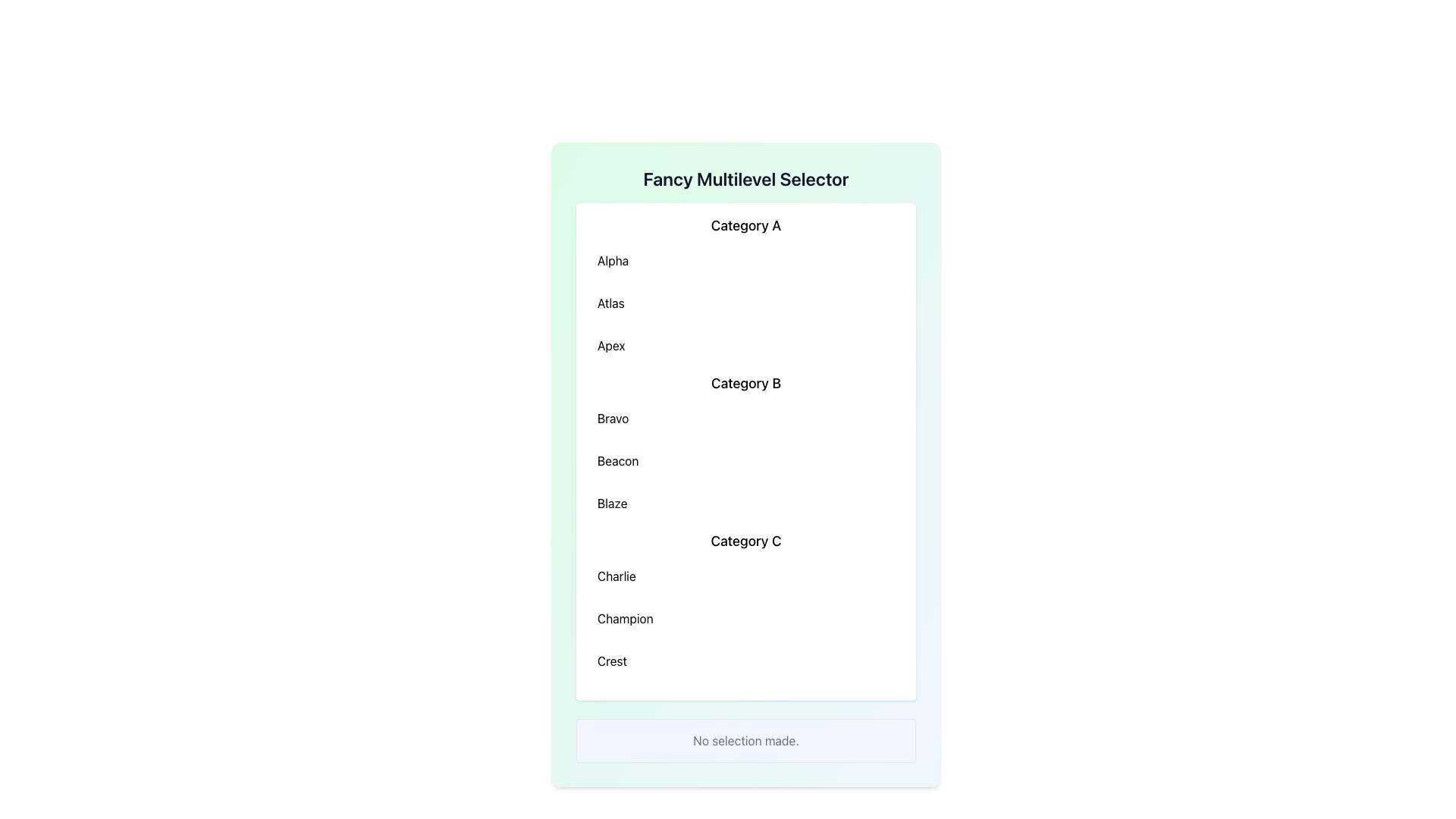  What do you see at coordinates (612, 660) in the screenshot?
I see `the text label located at the bottom of the 'Category C' group in the list` at bounding box center [612, 660].